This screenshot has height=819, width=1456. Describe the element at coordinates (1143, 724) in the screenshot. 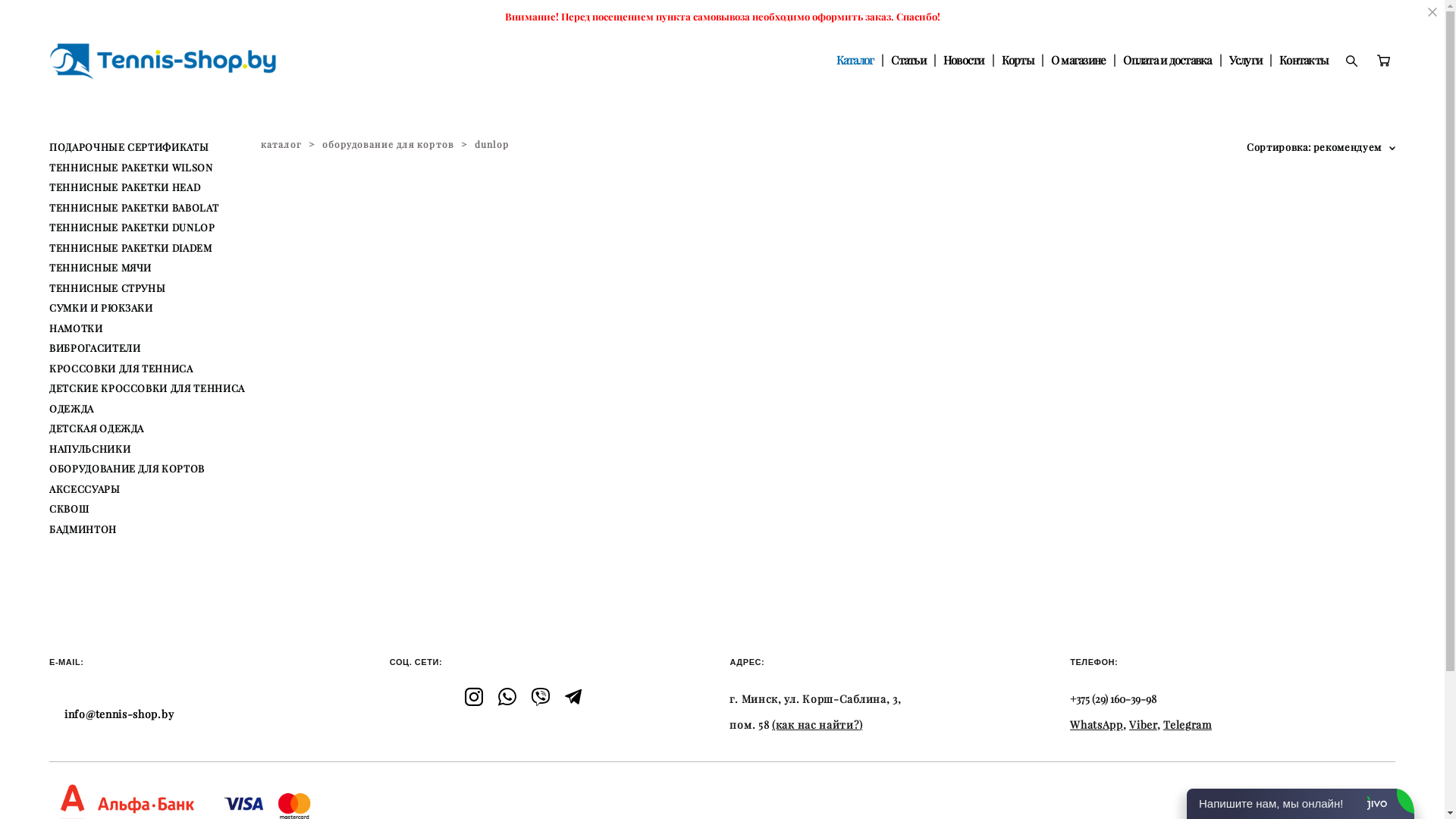

I see `'Viber'` at that location.